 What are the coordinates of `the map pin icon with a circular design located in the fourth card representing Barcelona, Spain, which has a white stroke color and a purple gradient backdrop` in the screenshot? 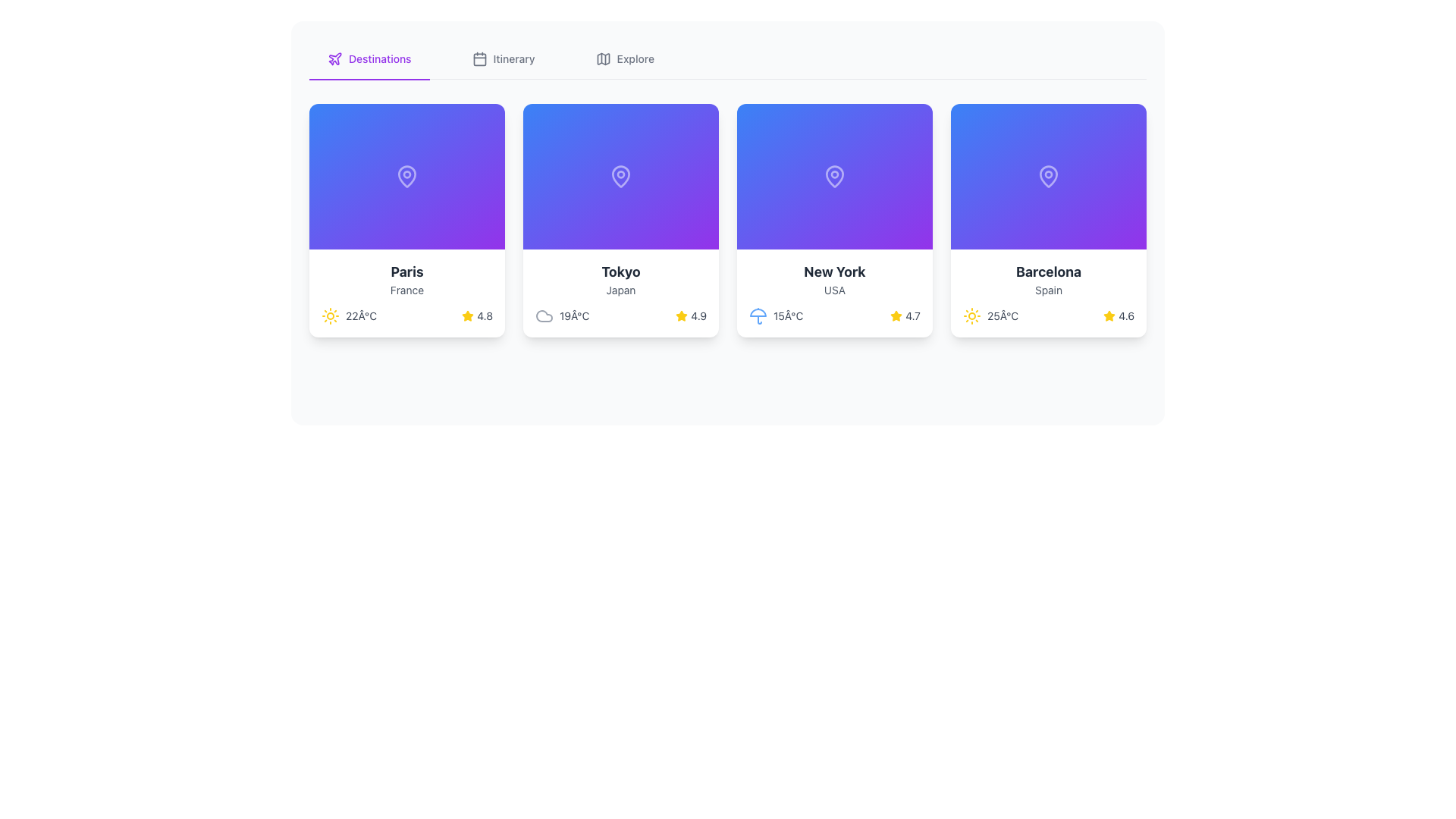 It's located at (1047, 175).